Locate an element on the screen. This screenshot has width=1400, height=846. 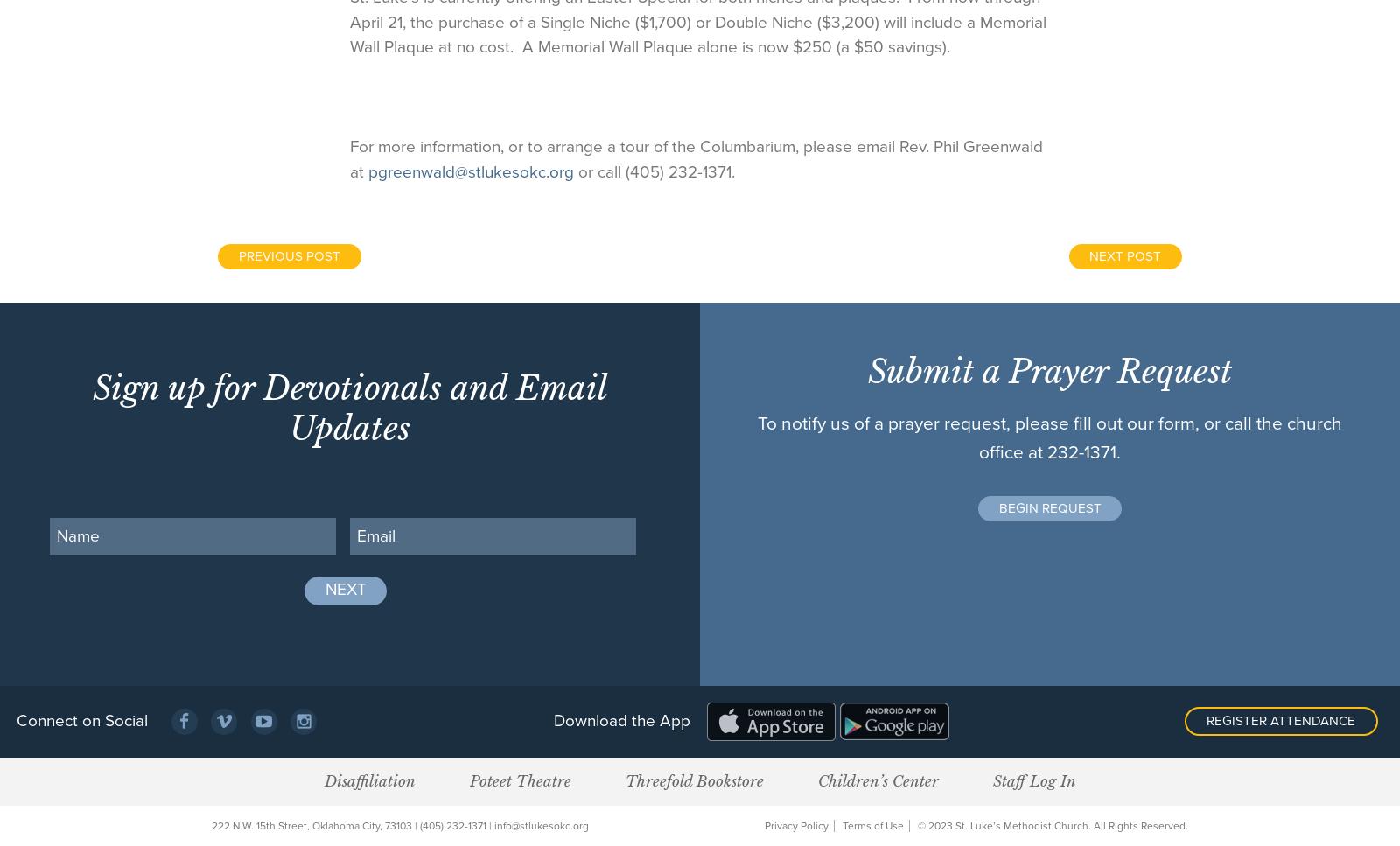
'Disaffiliation' is located at coordinates (368, 779).